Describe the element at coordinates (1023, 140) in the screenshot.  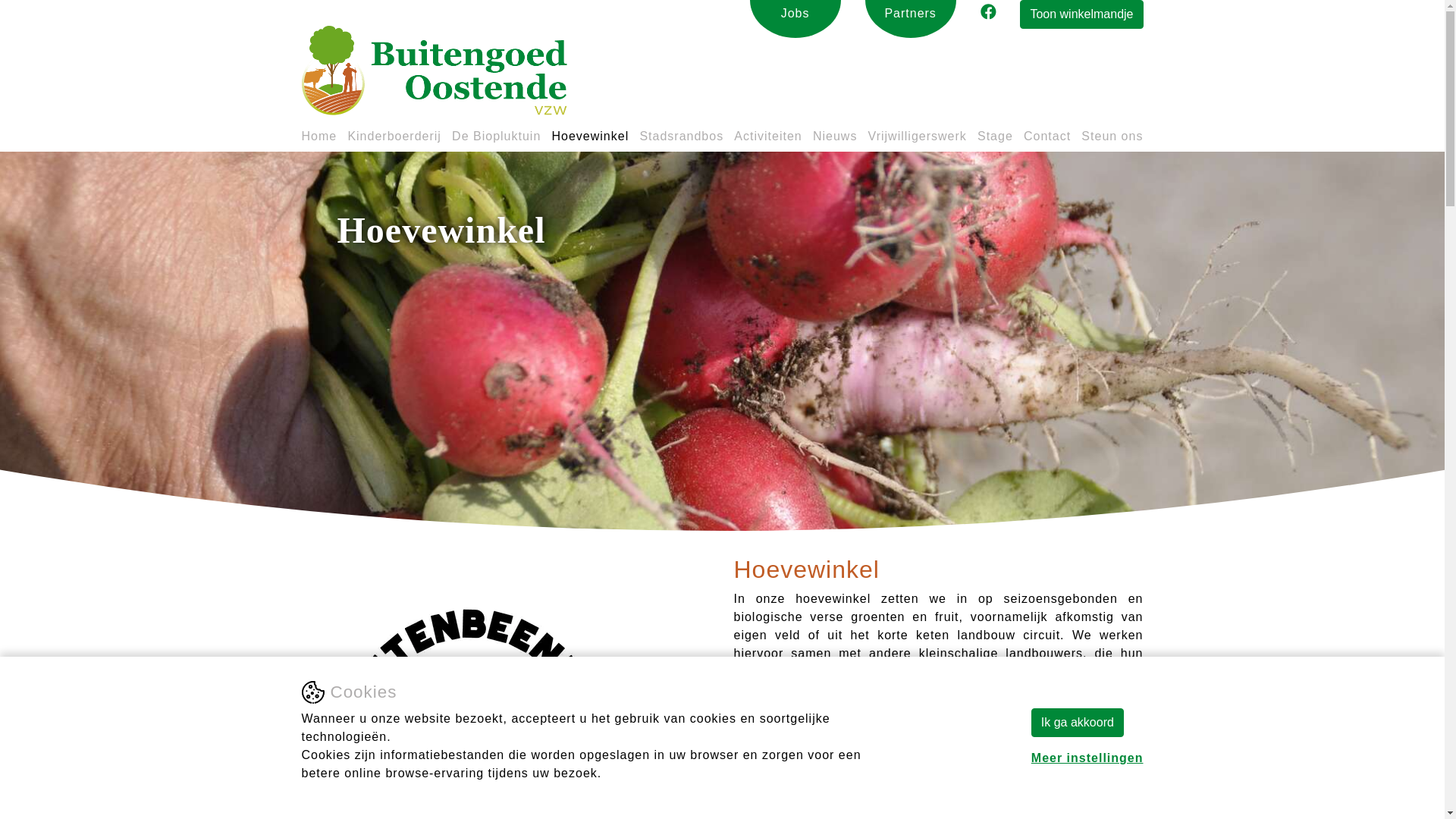
I see `'Contact'` at that location.